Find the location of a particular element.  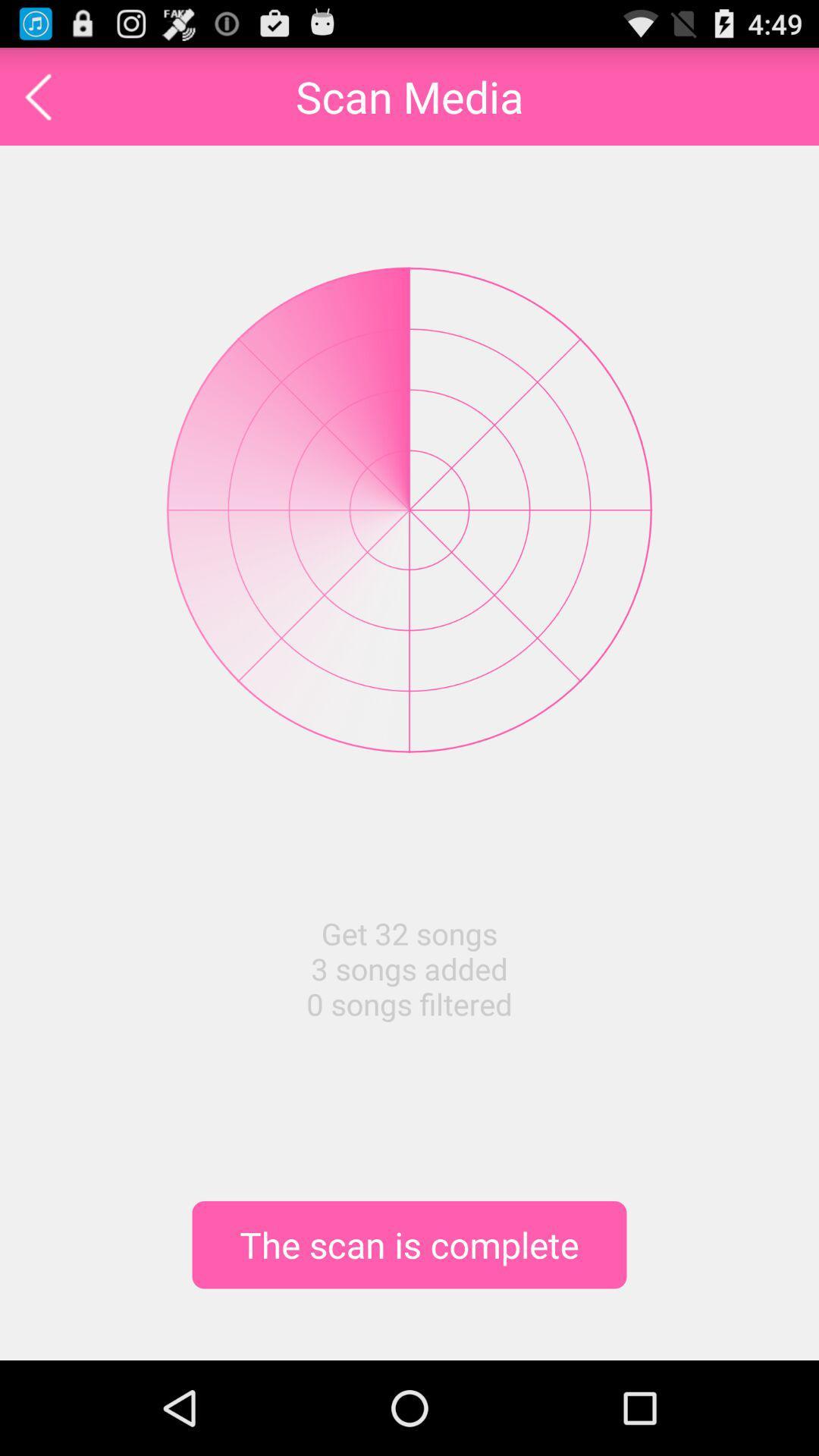

the the scan is icon is located at coordinates (409, 1244).